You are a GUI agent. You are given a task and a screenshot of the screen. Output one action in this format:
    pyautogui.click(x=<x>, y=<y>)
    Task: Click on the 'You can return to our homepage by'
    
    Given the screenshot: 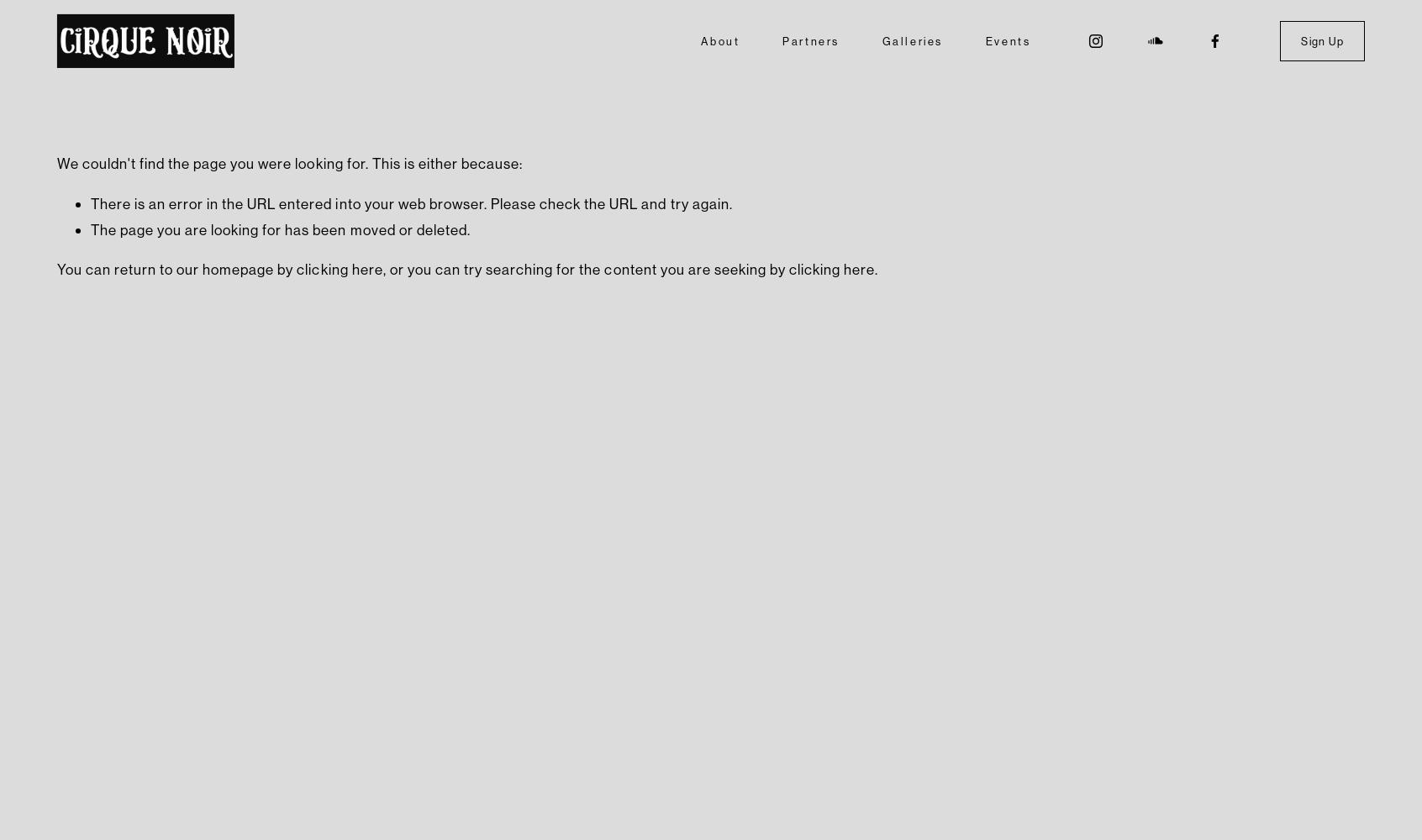 What is the action you would take?
    pyautogui.click(x=175, y=268)
    